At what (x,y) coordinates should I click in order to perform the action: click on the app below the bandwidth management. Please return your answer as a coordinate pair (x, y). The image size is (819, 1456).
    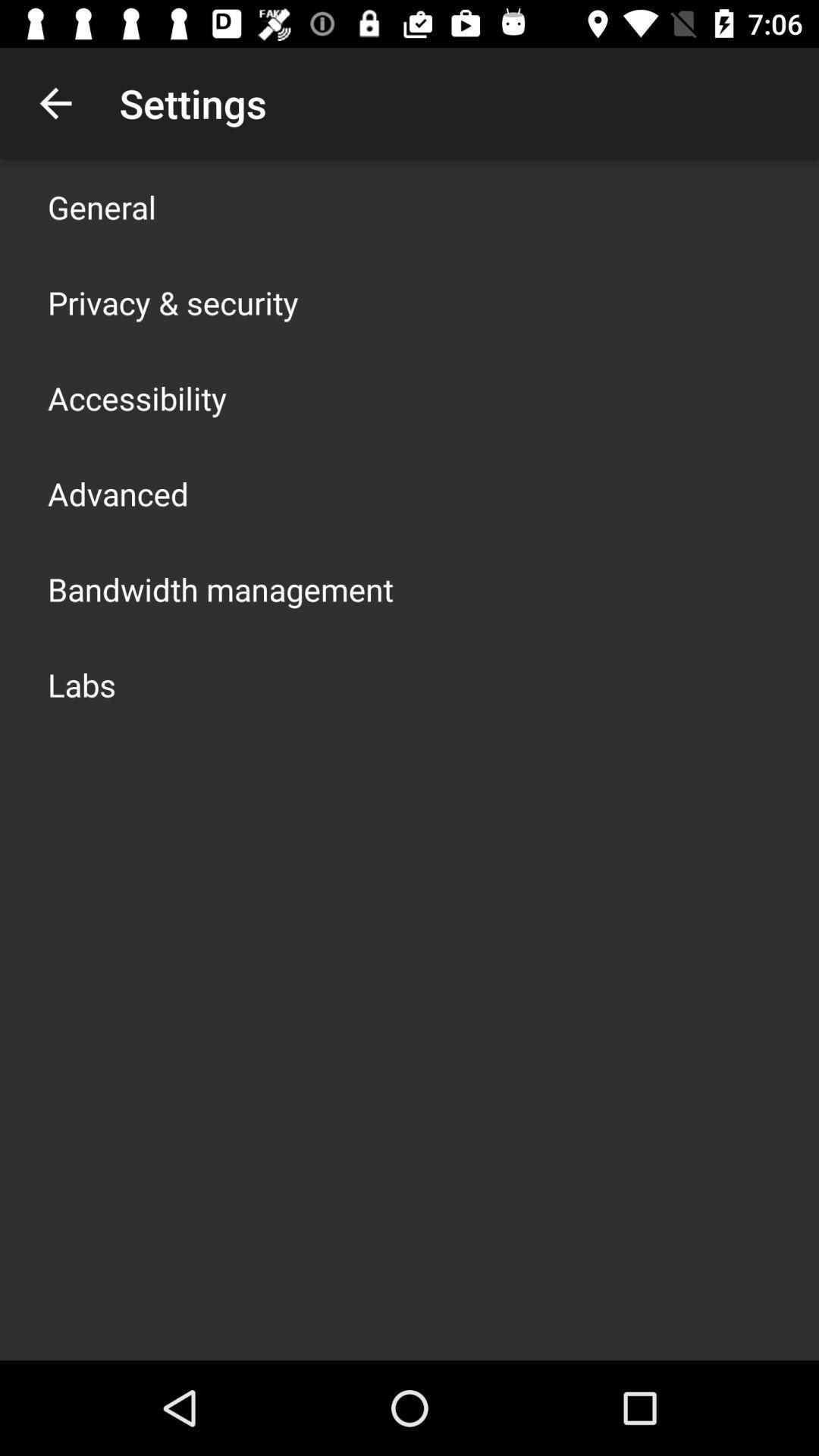
    Looking at the image, I should click on (82, 683).